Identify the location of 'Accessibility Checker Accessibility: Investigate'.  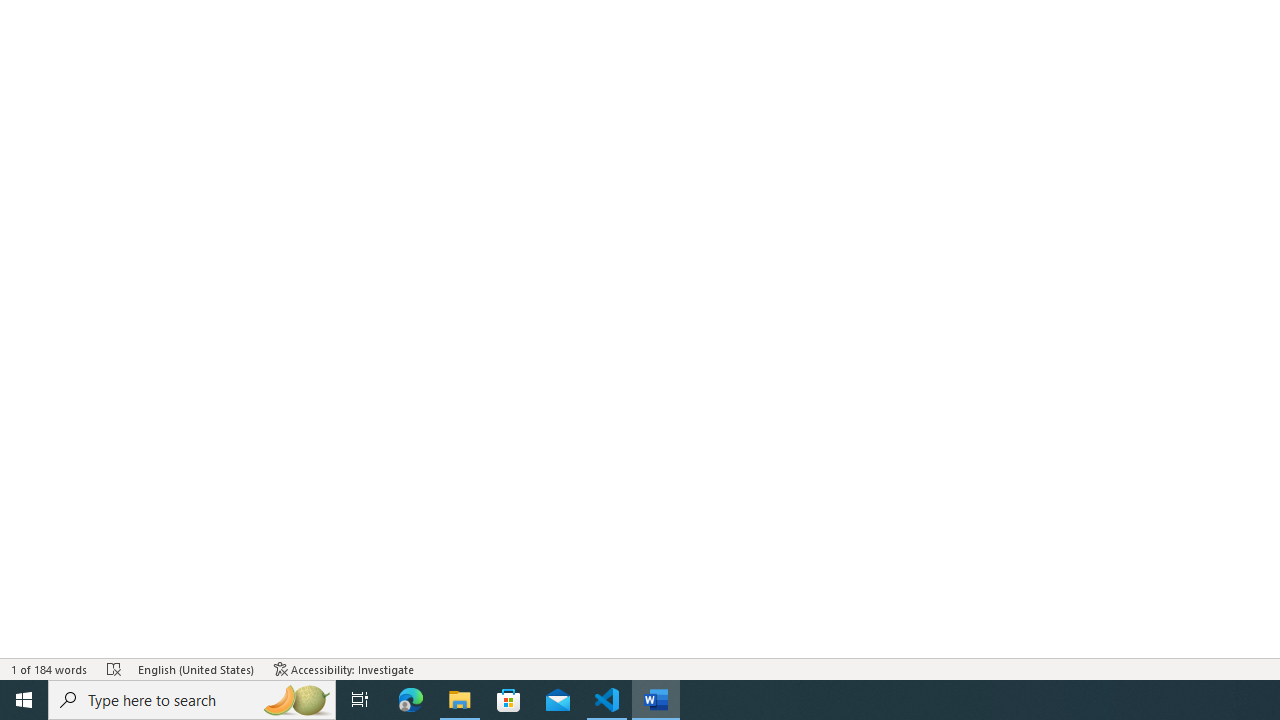
(344, 669).